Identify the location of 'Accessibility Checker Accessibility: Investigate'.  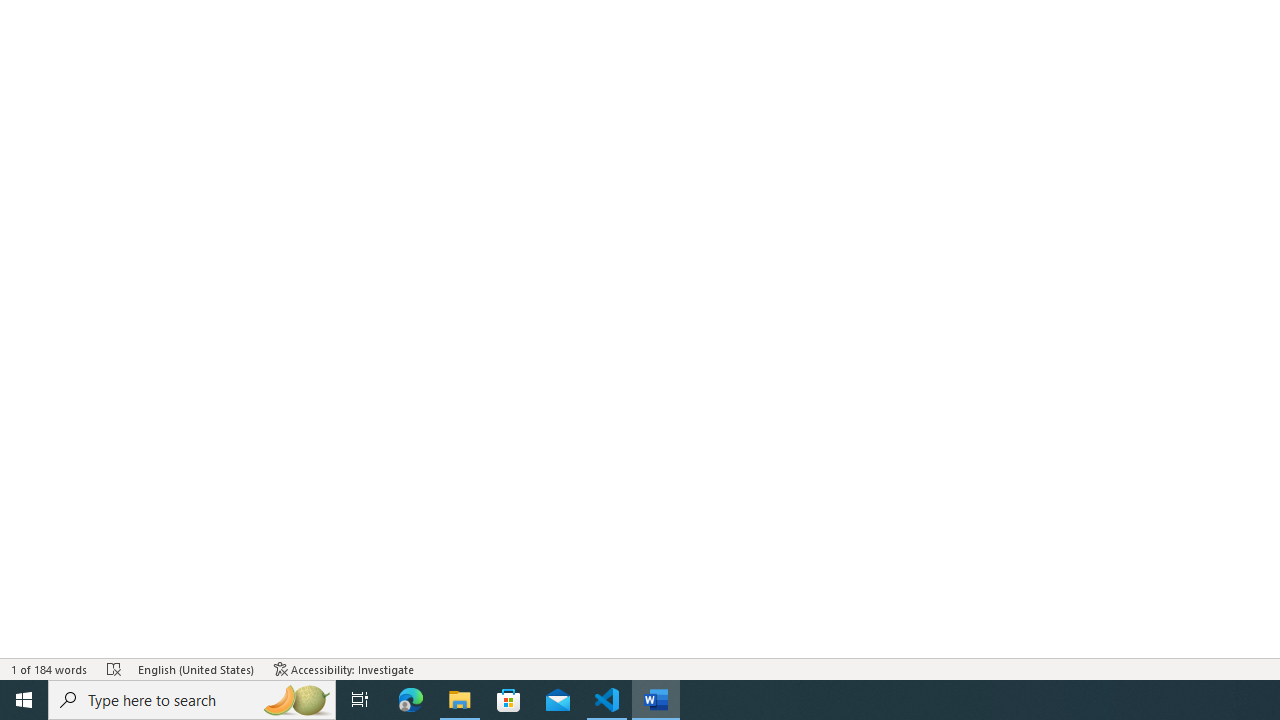
(344, 669).